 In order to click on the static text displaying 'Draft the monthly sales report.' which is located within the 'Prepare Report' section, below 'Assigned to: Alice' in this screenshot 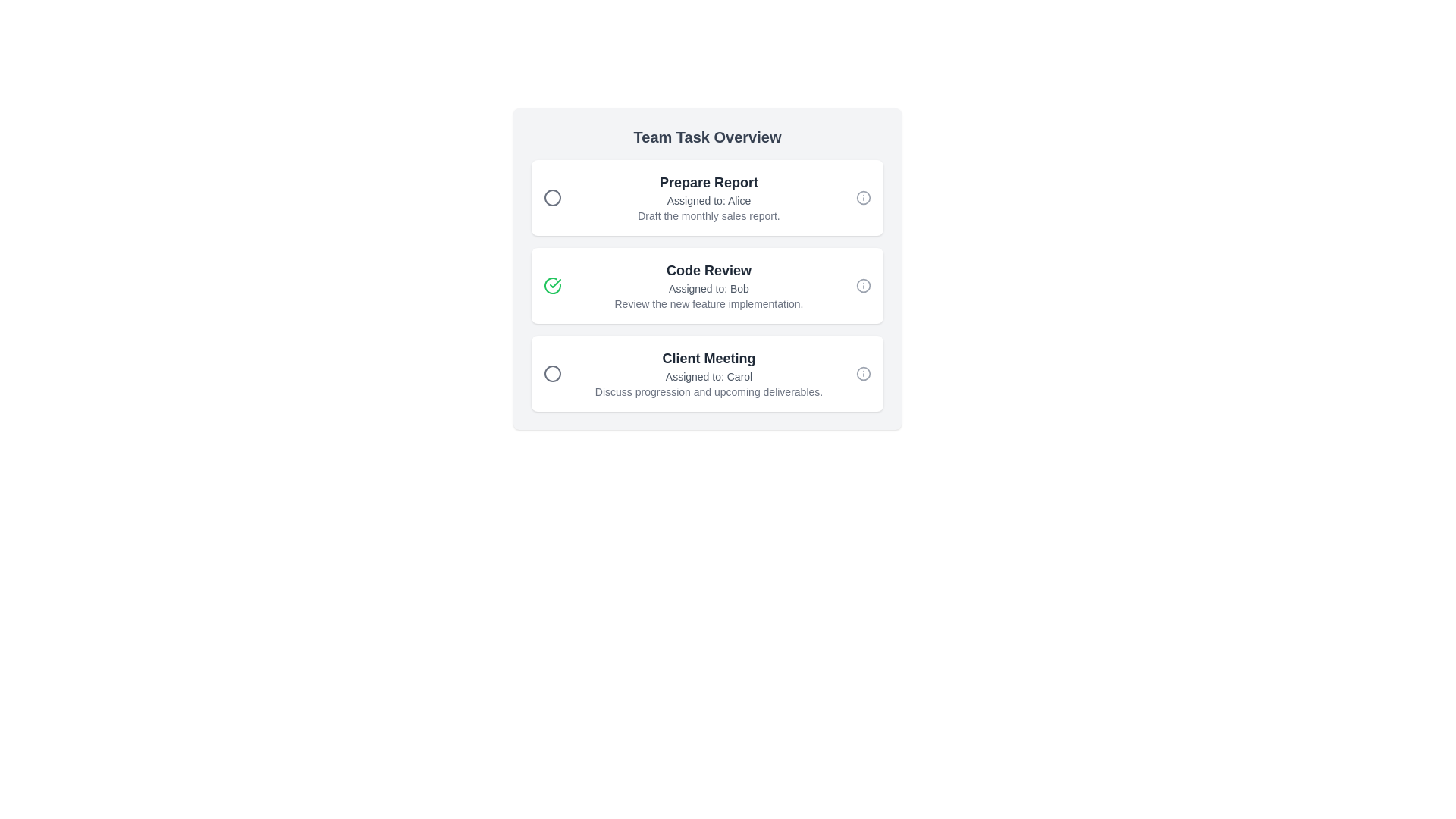, I will do `click(708, 216)`.